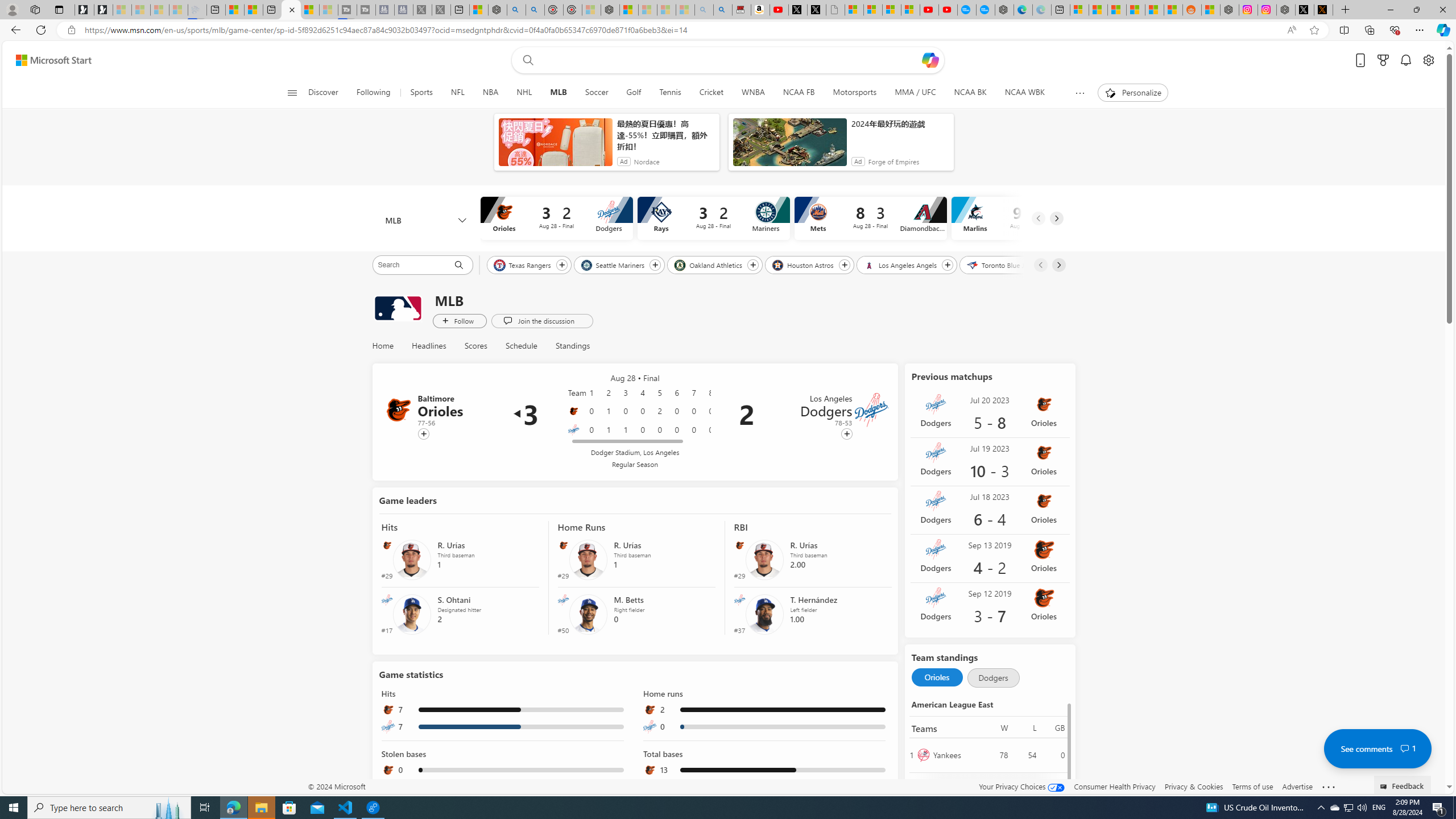 Image resolution: width=1456 pixels, height=819 pixels. Describe the element at coordinates (399, 409) in the screenshot. I see `'Baltimore Orioles'` at that location.